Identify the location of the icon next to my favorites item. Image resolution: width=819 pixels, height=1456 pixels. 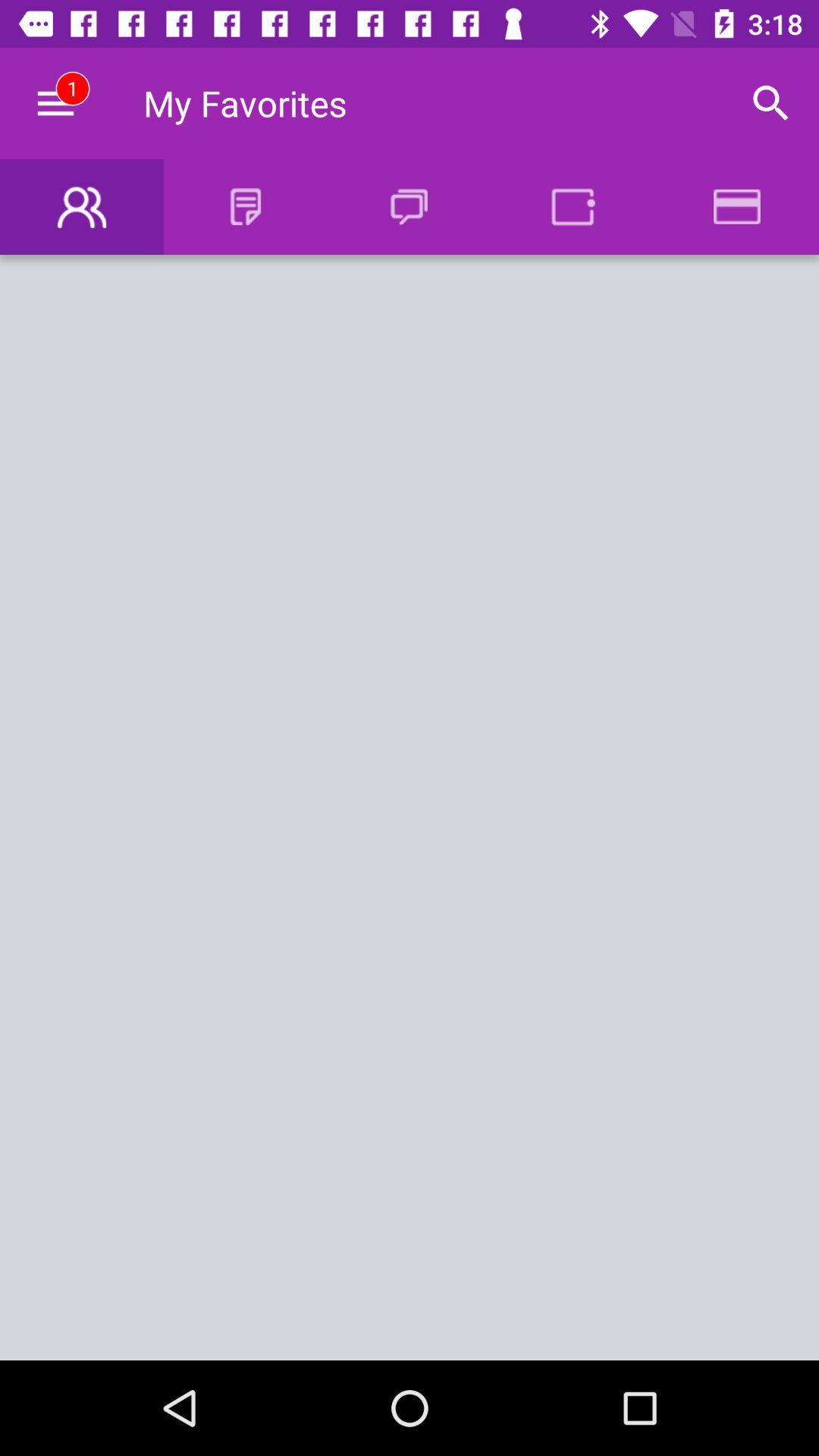
(771, 102).